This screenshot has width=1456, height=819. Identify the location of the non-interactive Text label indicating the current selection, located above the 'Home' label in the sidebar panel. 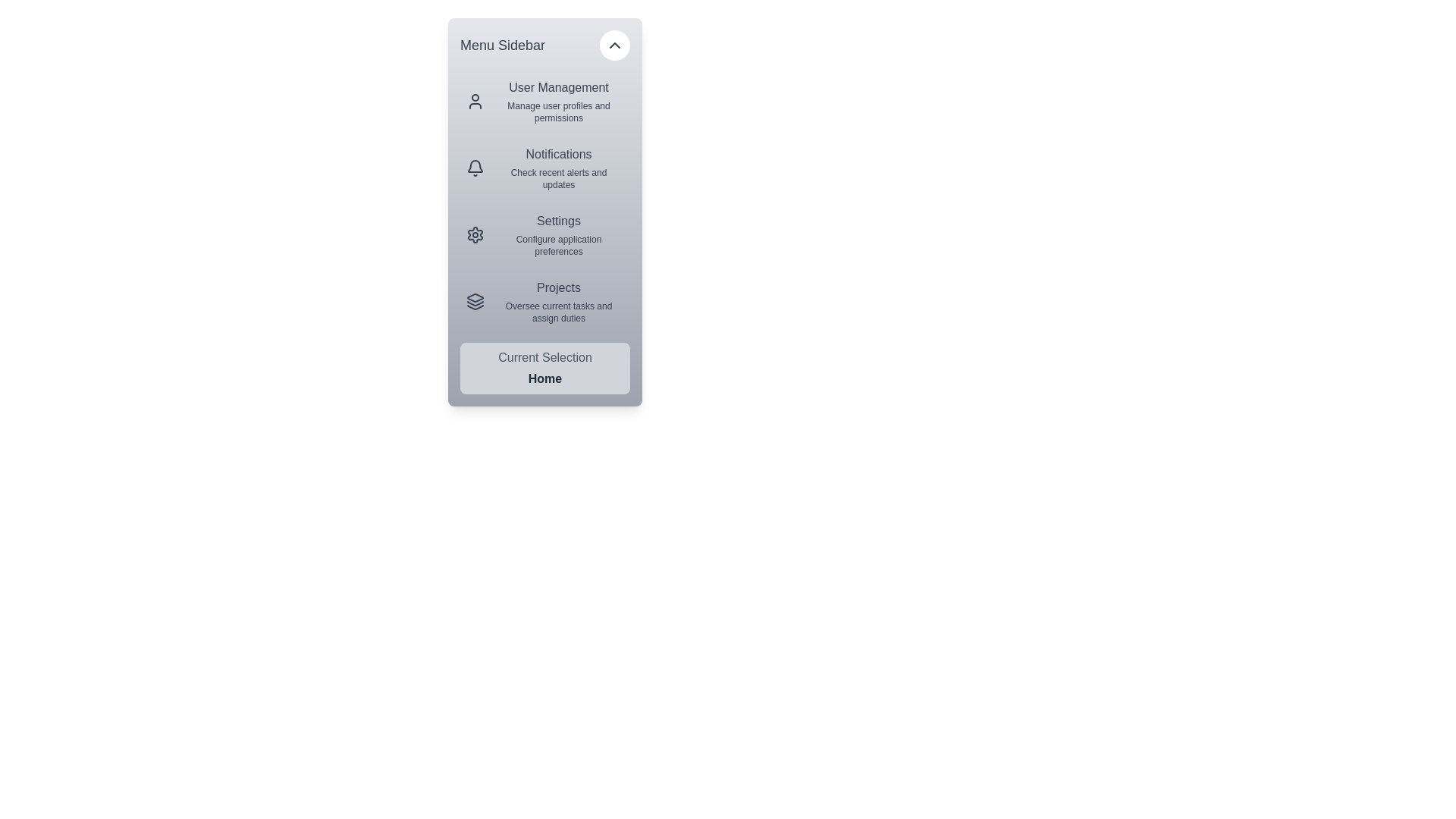
(545, 357).